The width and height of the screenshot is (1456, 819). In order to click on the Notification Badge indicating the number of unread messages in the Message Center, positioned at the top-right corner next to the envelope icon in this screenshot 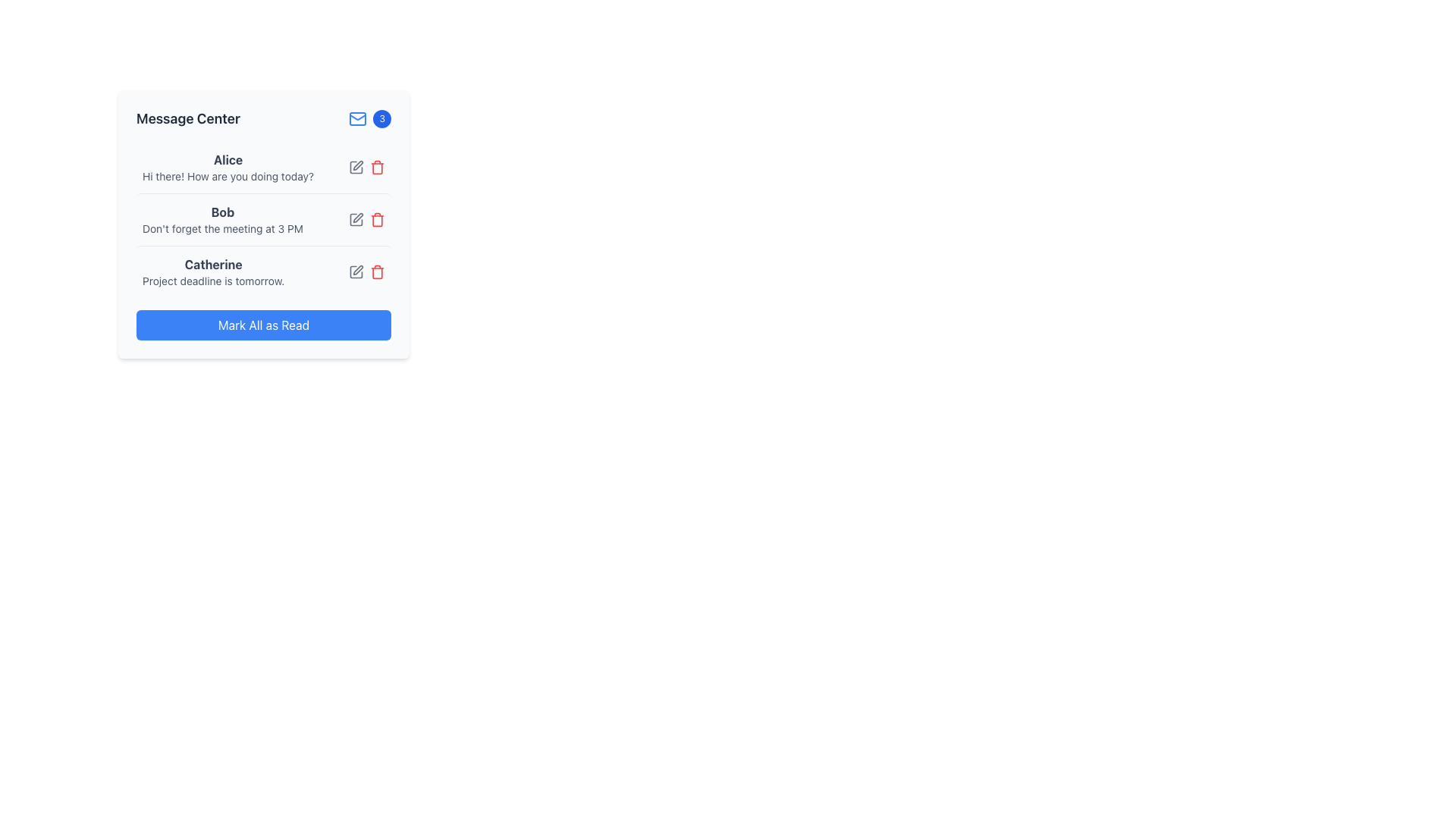, I will do `click(370, 118)`.